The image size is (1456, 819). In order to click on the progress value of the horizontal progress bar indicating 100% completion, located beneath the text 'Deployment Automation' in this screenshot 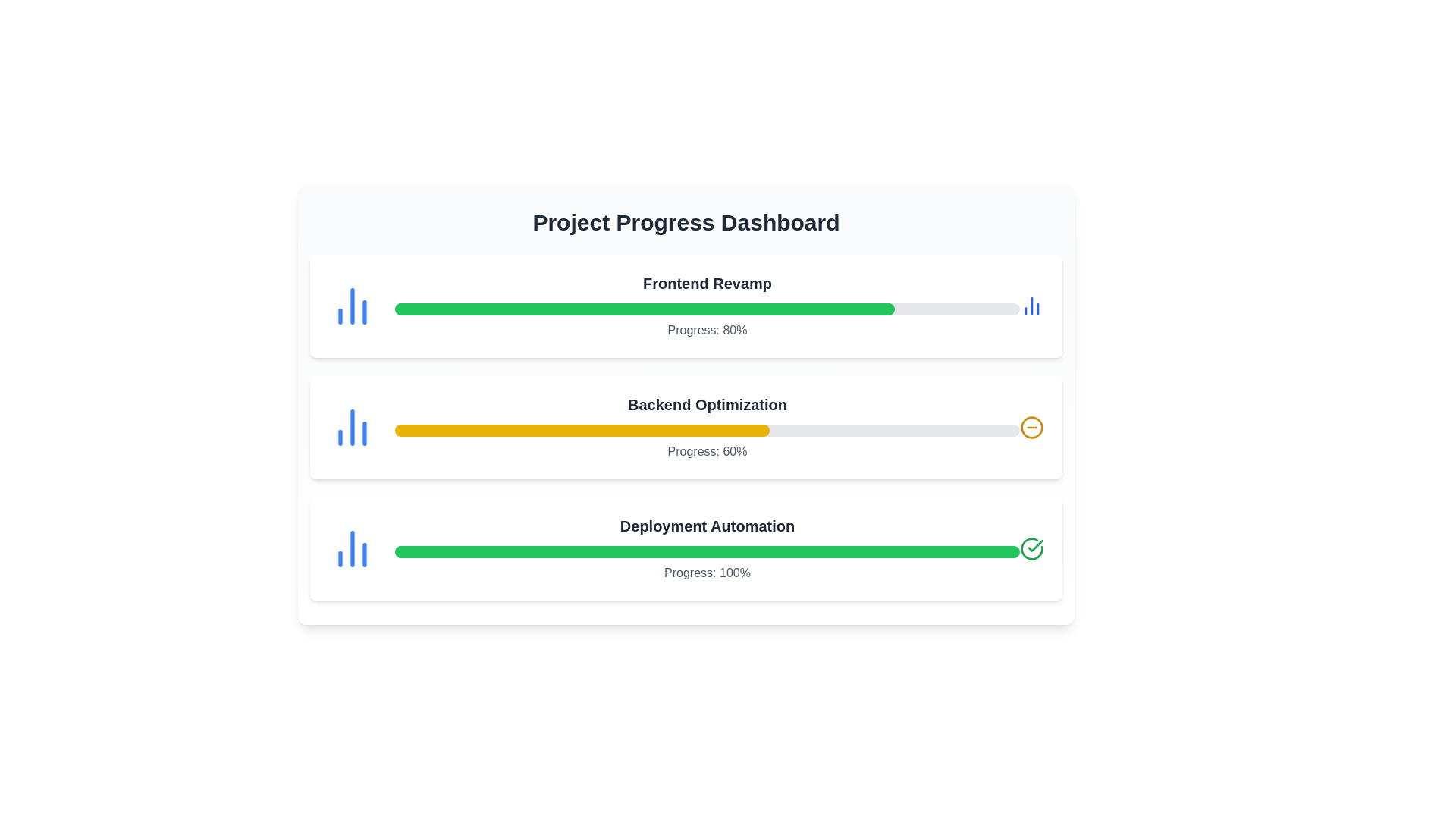, I will do `click(706, 552)`.